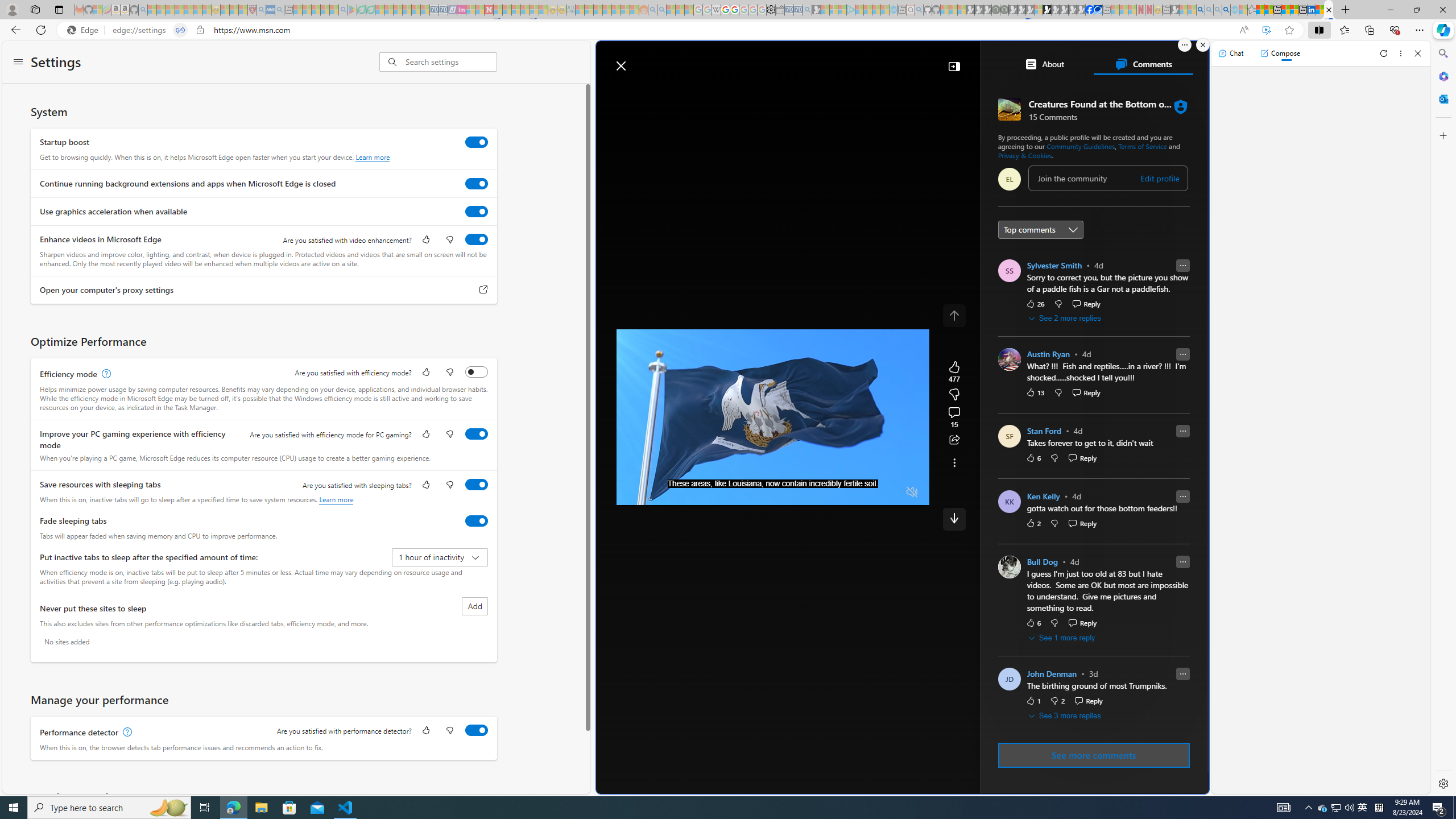  Describe the element at coordinates (188, 9) in the screenshot. I see `'New Report Confirms 2023 Was Record Hot | Watch - Sleeping'` at that location.